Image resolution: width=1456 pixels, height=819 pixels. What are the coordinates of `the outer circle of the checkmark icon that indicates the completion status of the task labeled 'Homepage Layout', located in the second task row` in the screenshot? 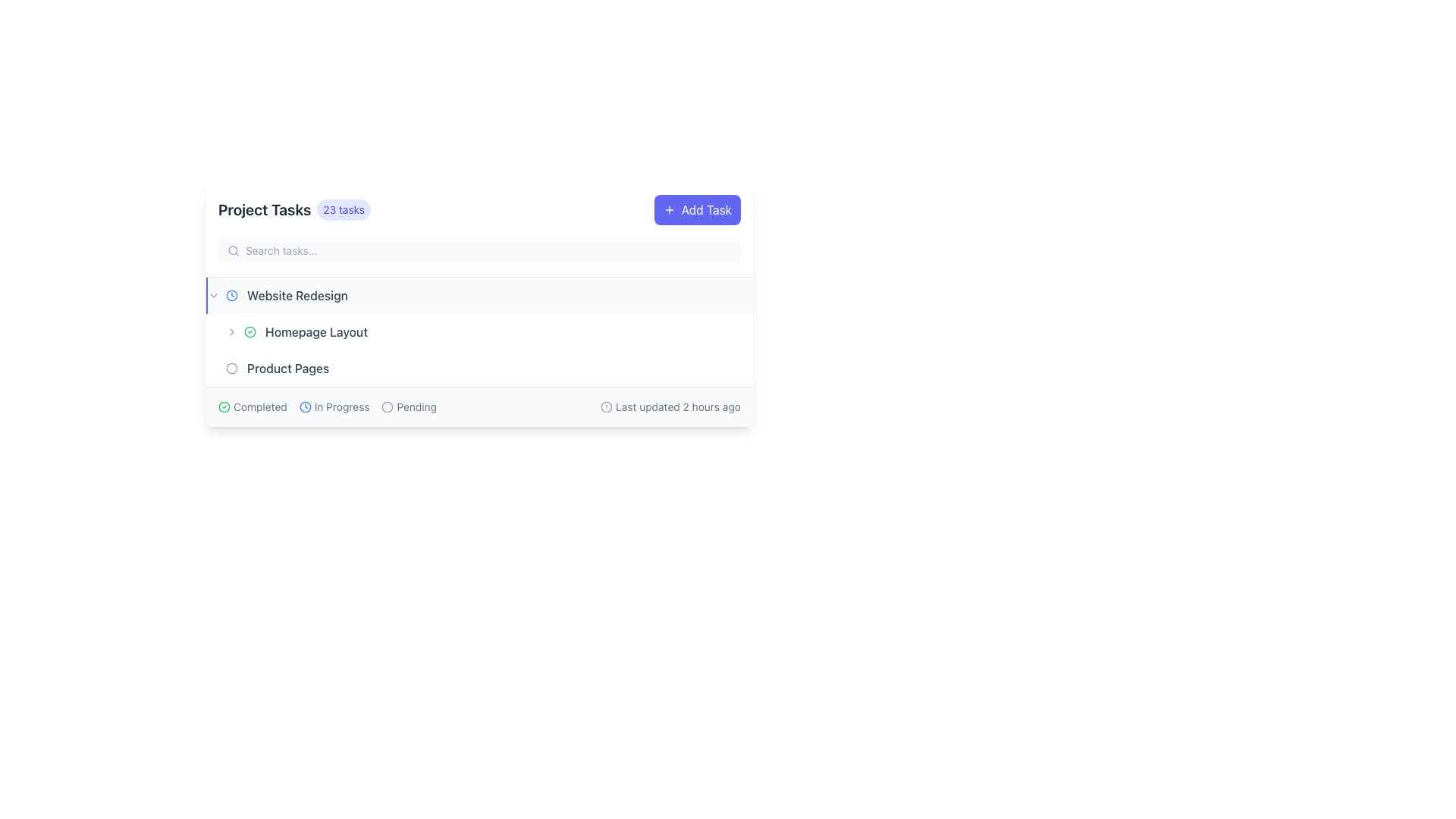 It's located at (224, 406).